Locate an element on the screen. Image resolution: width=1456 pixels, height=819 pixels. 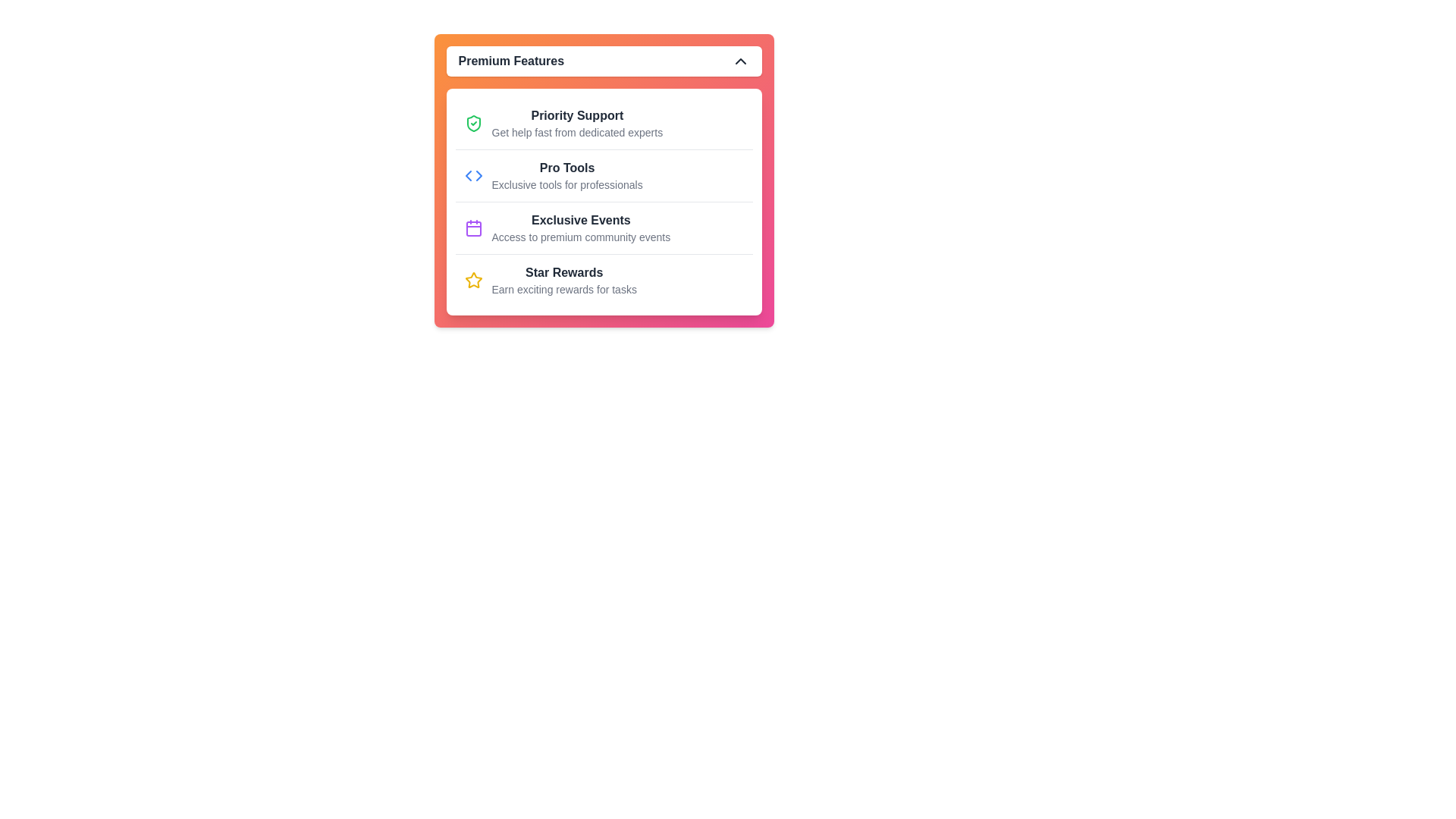
the central portion of the calendar icon located in the third row of the 'Premium Features' card, next to the text 'Exclusive Events' is located at coordinates (472, 228).